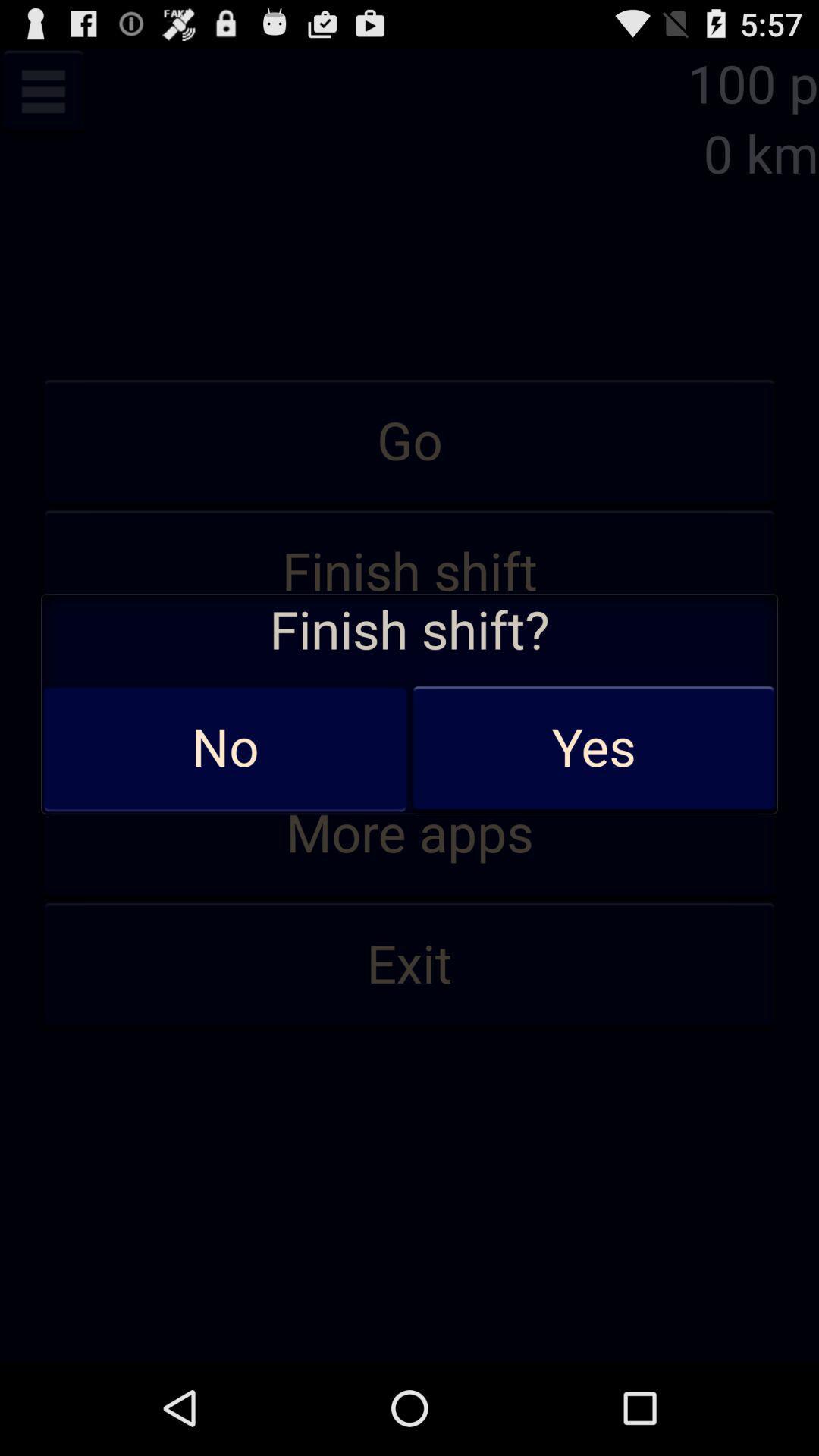 The width and height of the screenshot is (819, 1456). What do you see at coordinates (42, 90) in the screenshot?
I see `menu` at bounding box center [42, 90].